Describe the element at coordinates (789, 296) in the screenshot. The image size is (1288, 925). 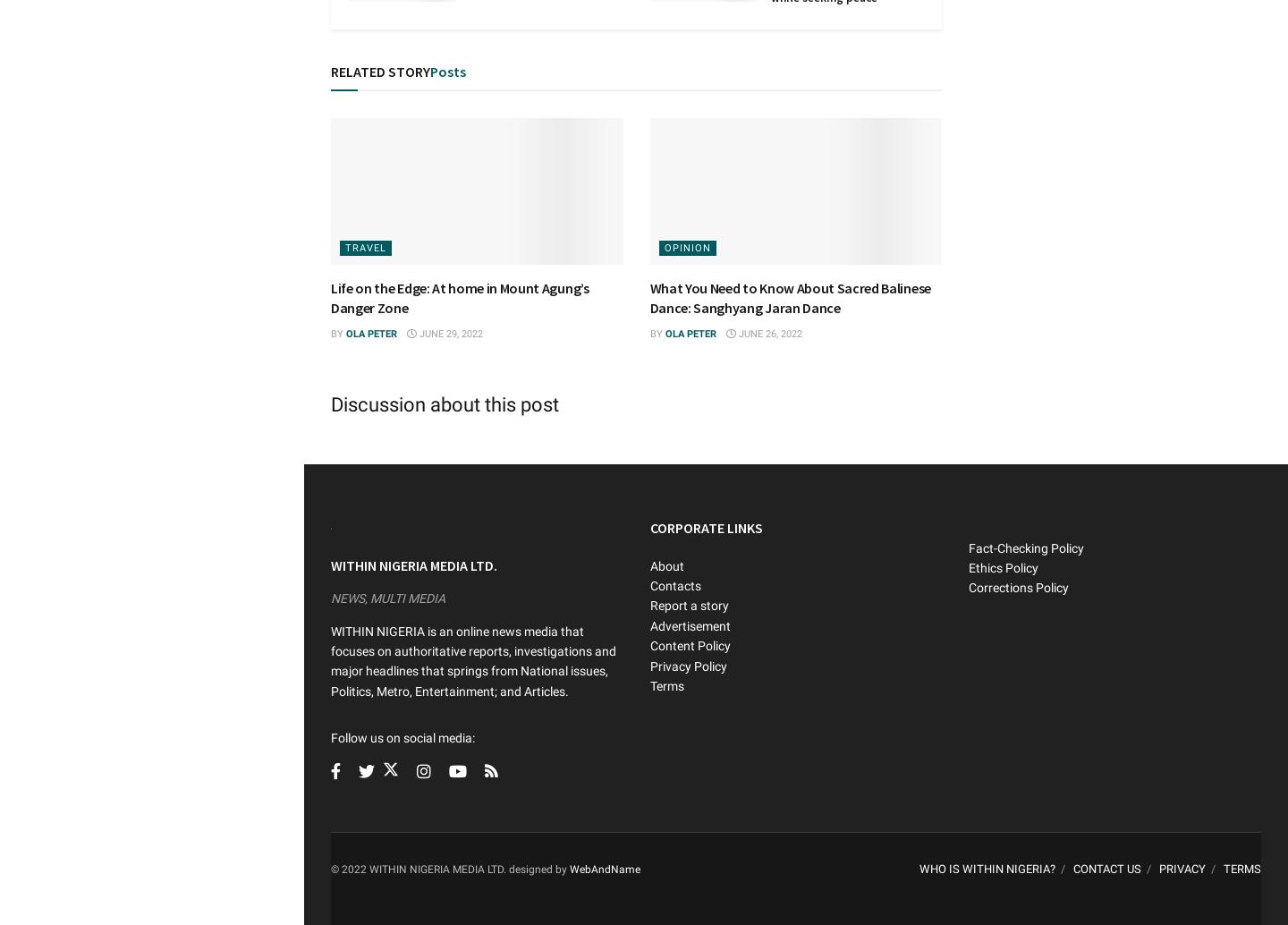
I see `'What You Need to Know About Sacred Balinese Dance: Sanghyang Jaran Dance'` at that location.